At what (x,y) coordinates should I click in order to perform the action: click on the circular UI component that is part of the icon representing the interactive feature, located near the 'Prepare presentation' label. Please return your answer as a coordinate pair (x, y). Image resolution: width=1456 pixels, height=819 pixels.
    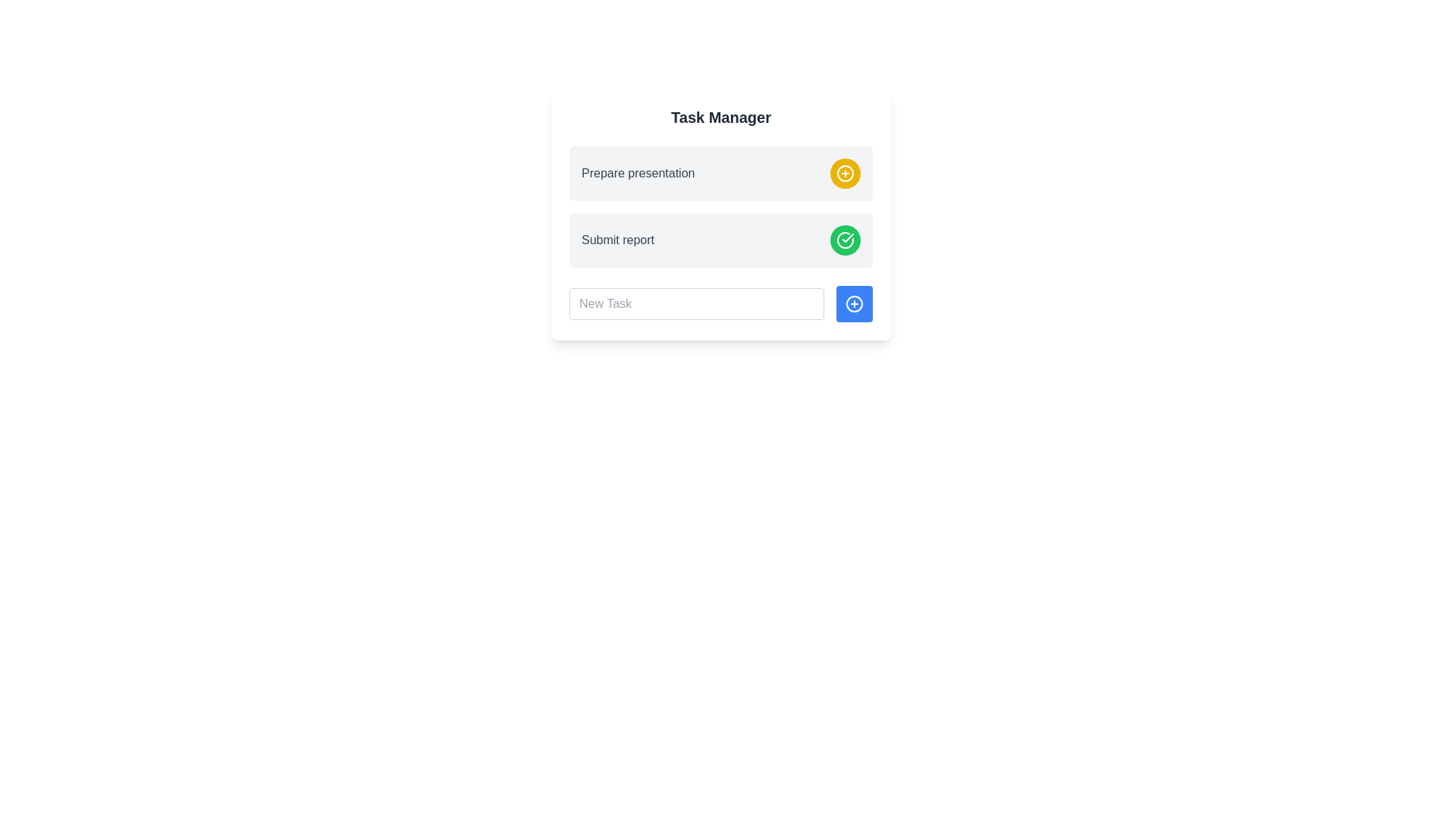
    Looking at the image, I should click on (844, 172).